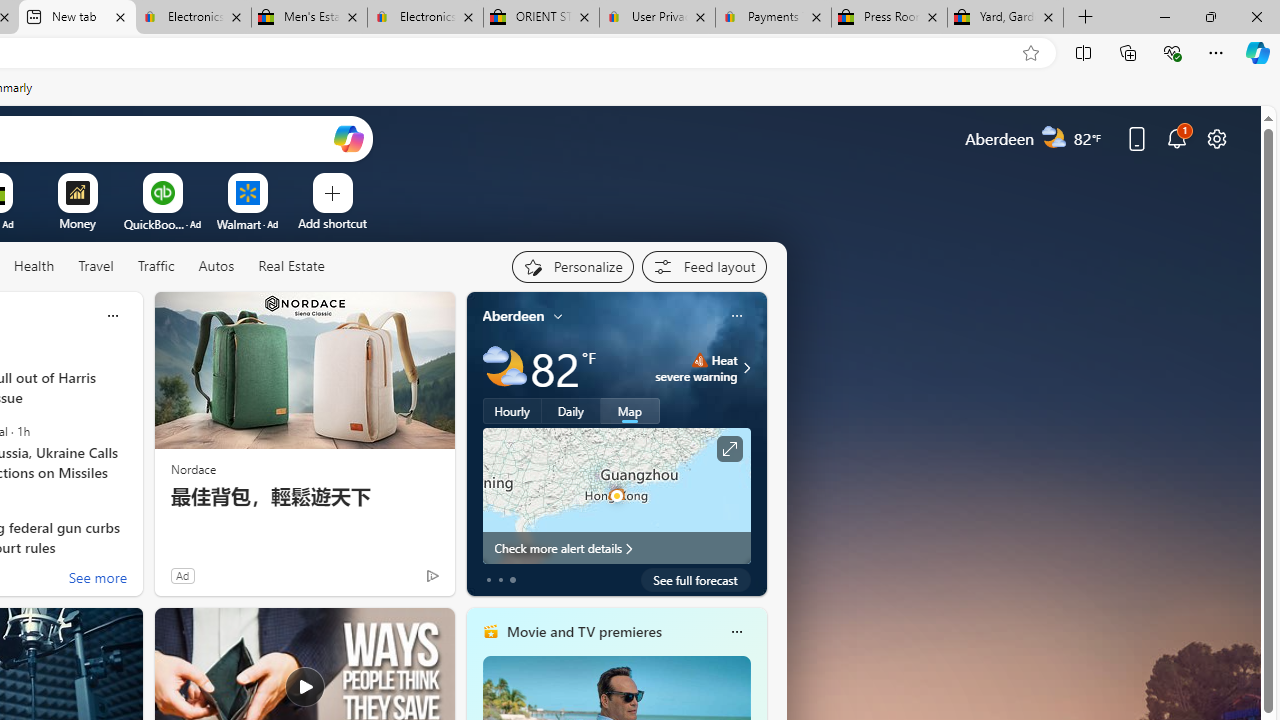 This screenshot has width=1280, height=720. Describe the element at coordinates (704, 266) in the screenshot. I see `'Feed settings'` at that location.